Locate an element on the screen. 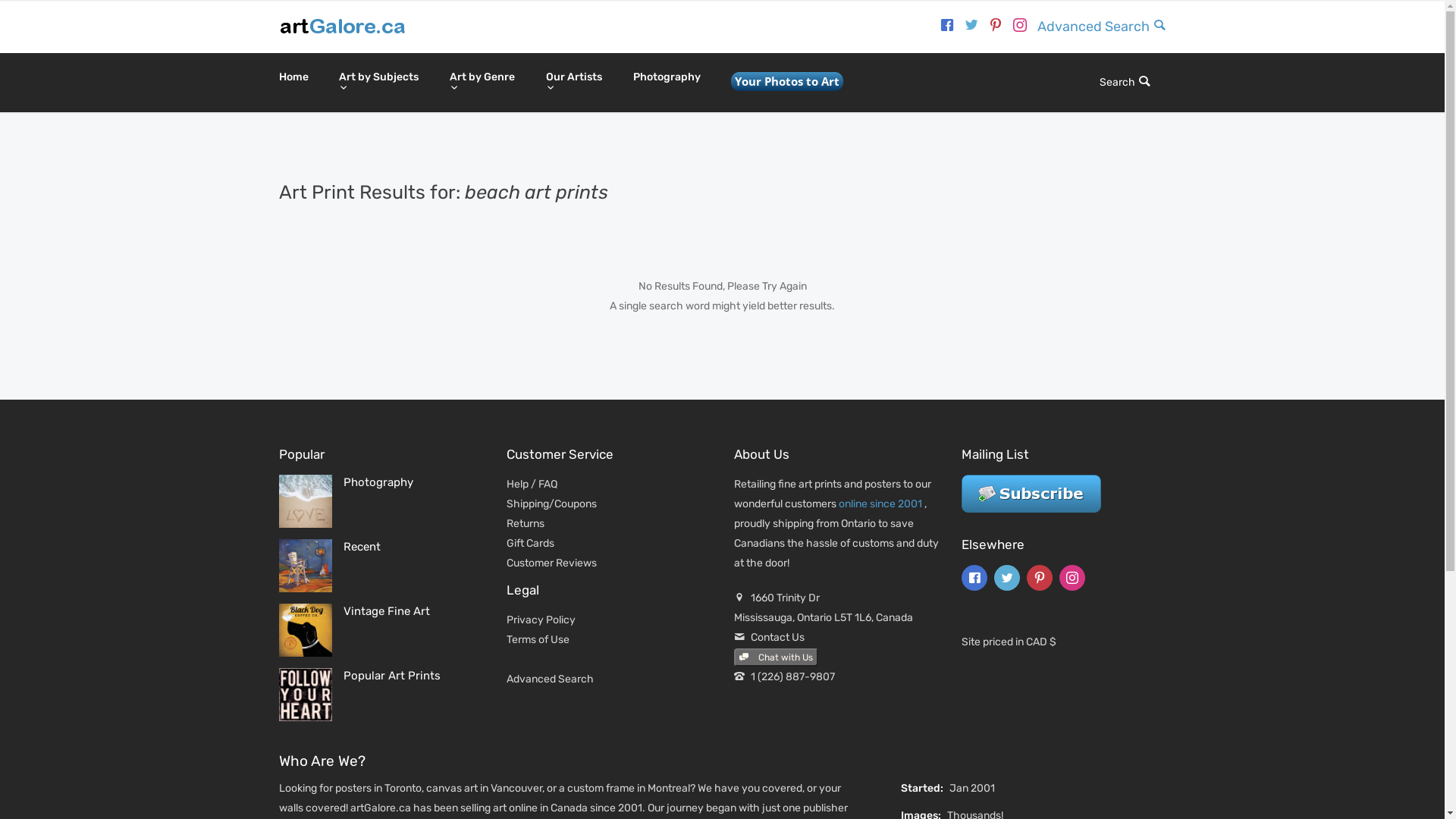  'Customer Reviews' is located at coordinates (551, 563).